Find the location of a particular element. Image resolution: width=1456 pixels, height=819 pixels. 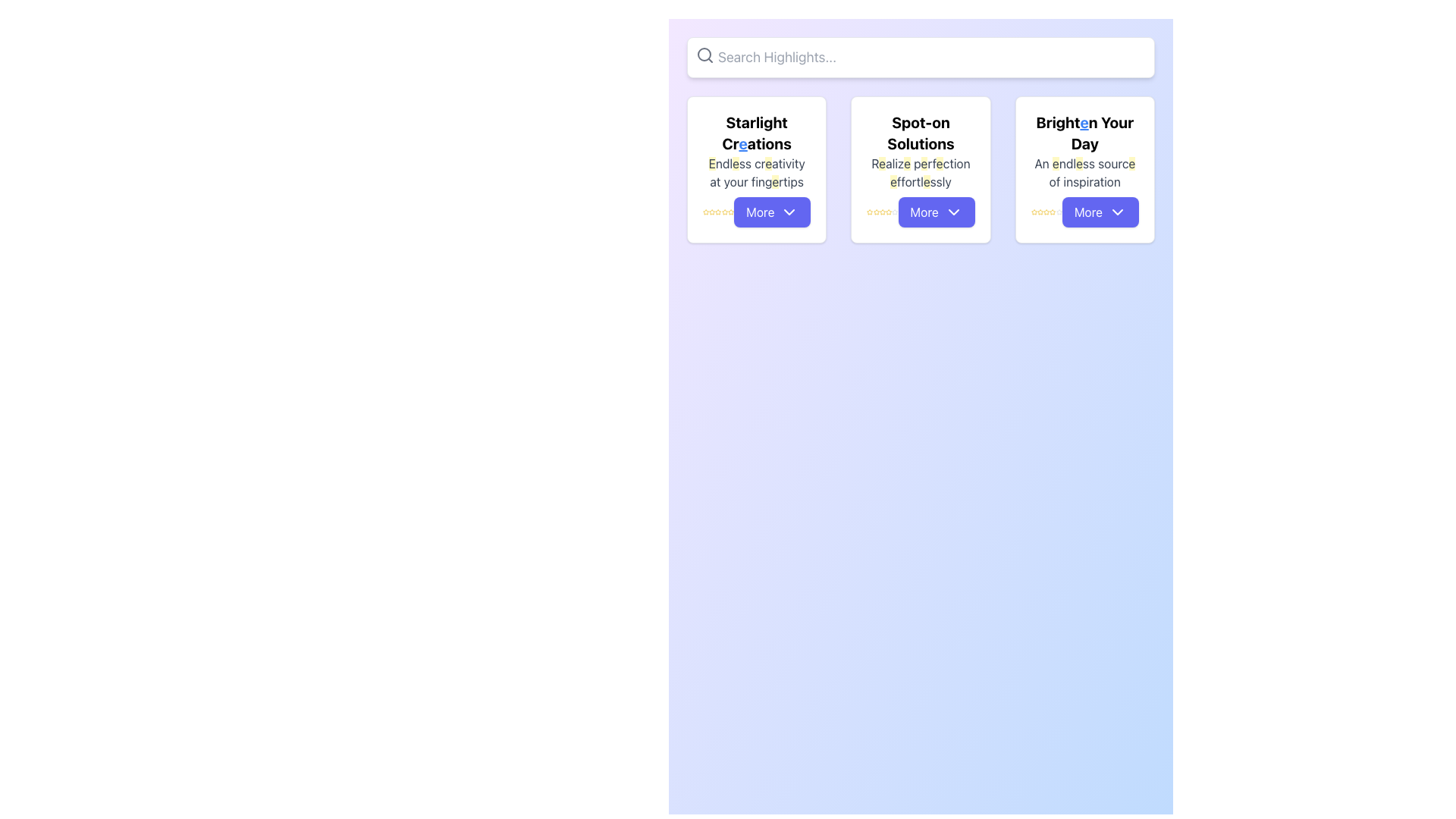

the letter 'e' in the text 'Realize perfection effortlessly' located in the middle card labeled 'Spot-on Solutions.' is located at coordinates (923, 164).